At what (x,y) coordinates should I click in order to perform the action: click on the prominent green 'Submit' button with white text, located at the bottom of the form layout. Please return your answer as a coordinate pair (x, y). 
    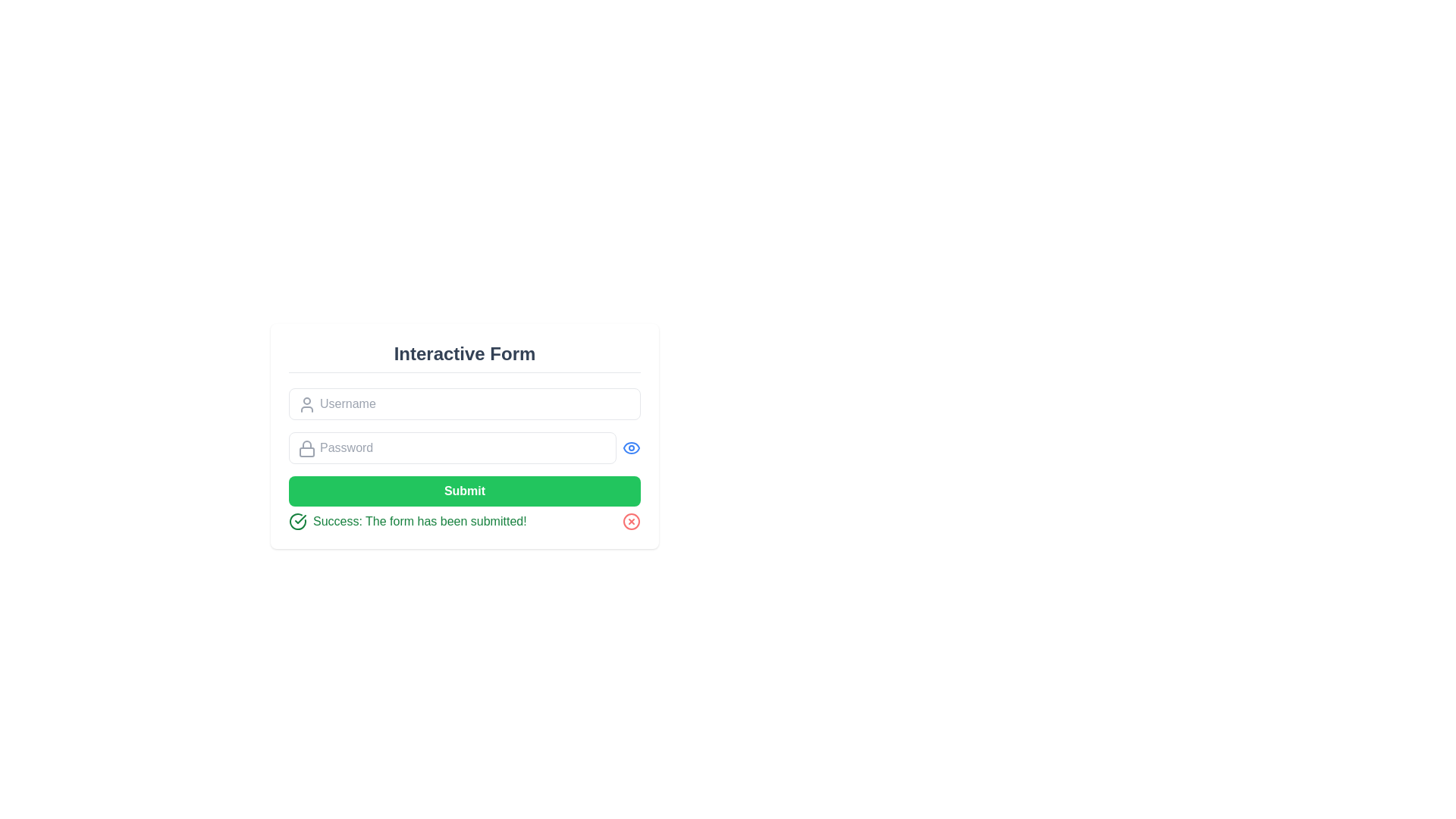
    Looking at the image, I should click on (464, 491).